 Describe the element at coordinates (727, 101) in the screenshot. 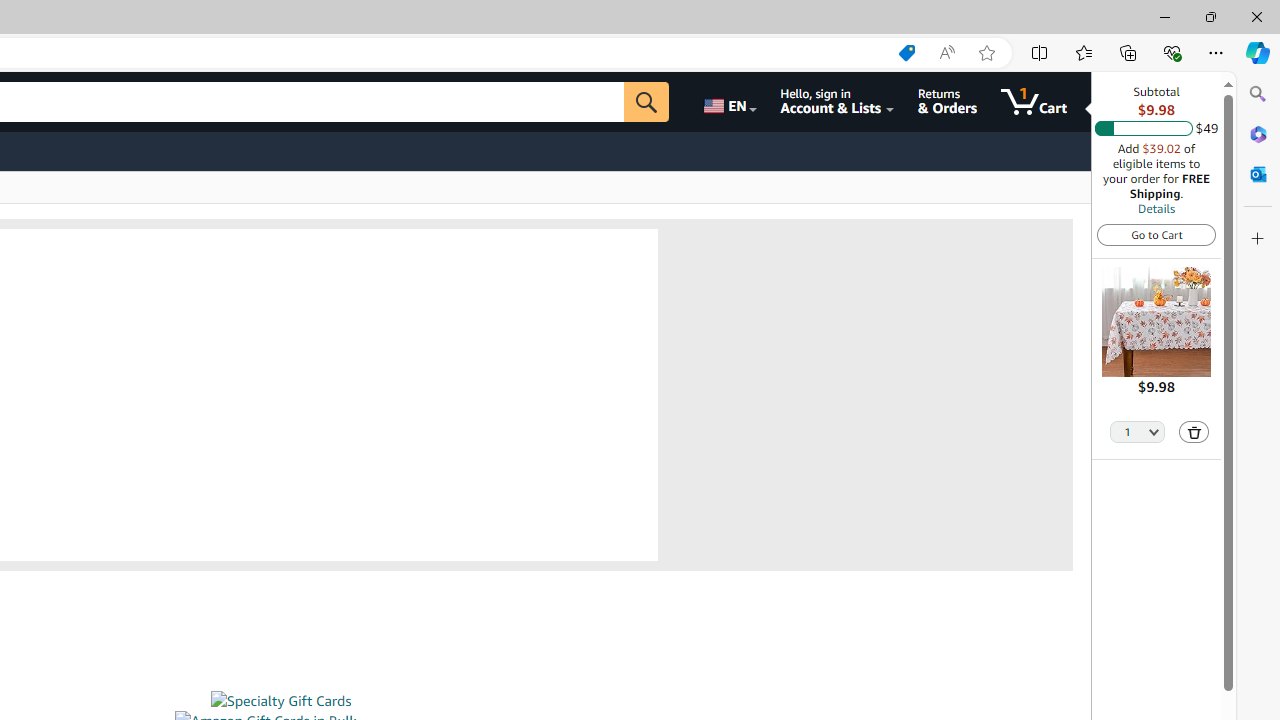

I see `'Choose a language for shopping.'` at that location.